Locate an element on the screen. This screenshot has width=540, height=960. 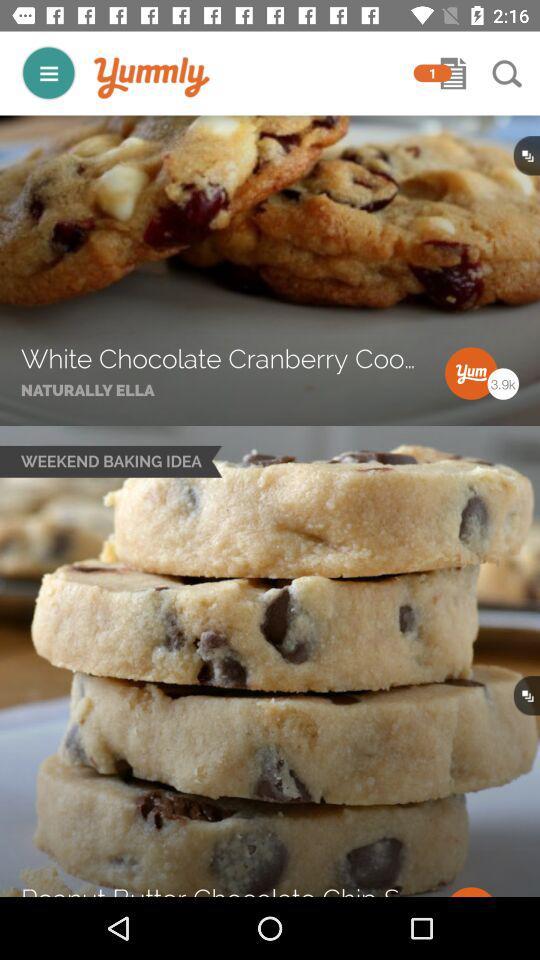
option is located at coordinates (453, 73).